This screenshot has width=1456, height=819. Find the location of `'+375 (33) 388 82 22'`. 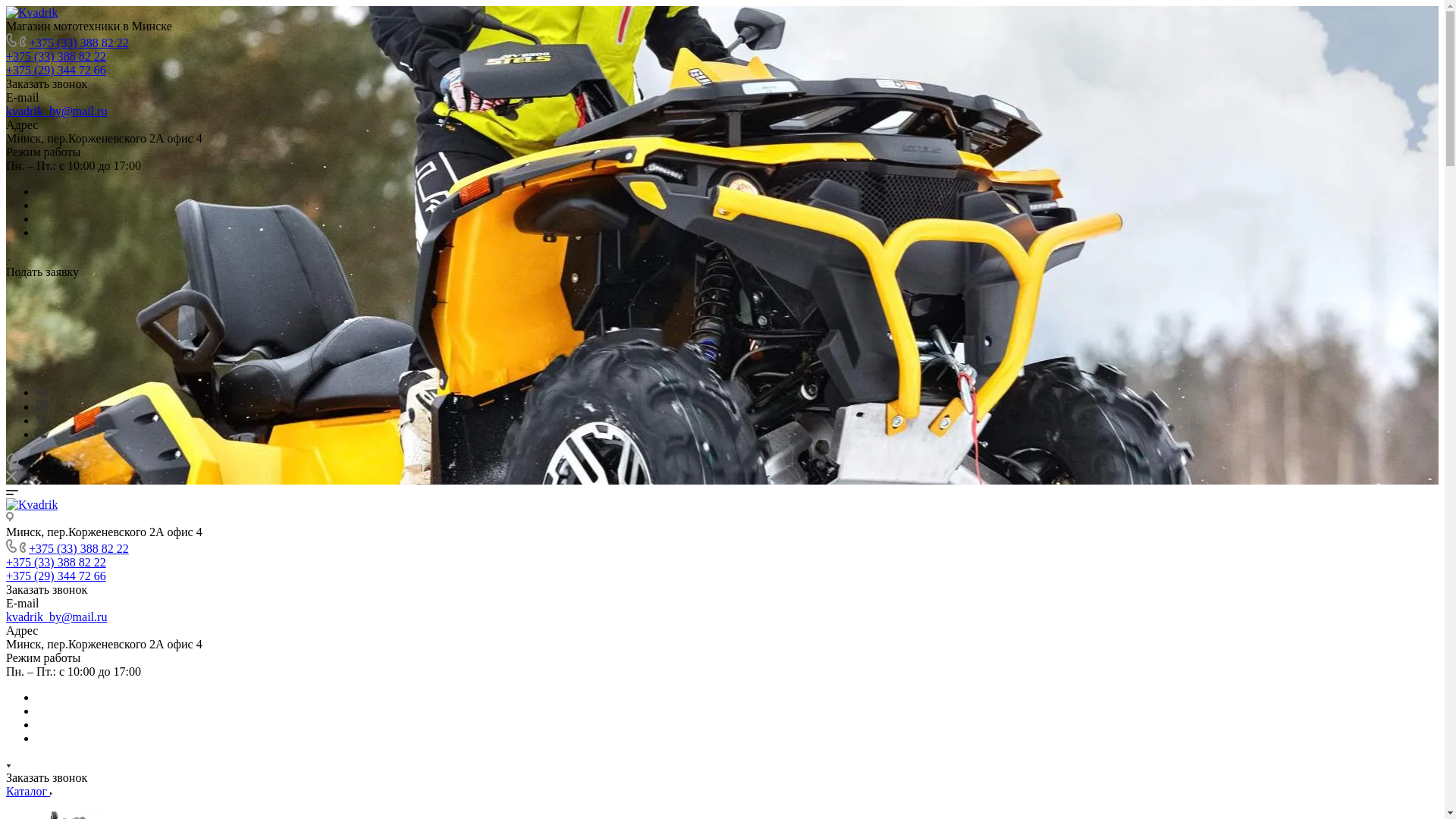

'+375 (33) 388 82 22' is located at coordinates (55, 562).